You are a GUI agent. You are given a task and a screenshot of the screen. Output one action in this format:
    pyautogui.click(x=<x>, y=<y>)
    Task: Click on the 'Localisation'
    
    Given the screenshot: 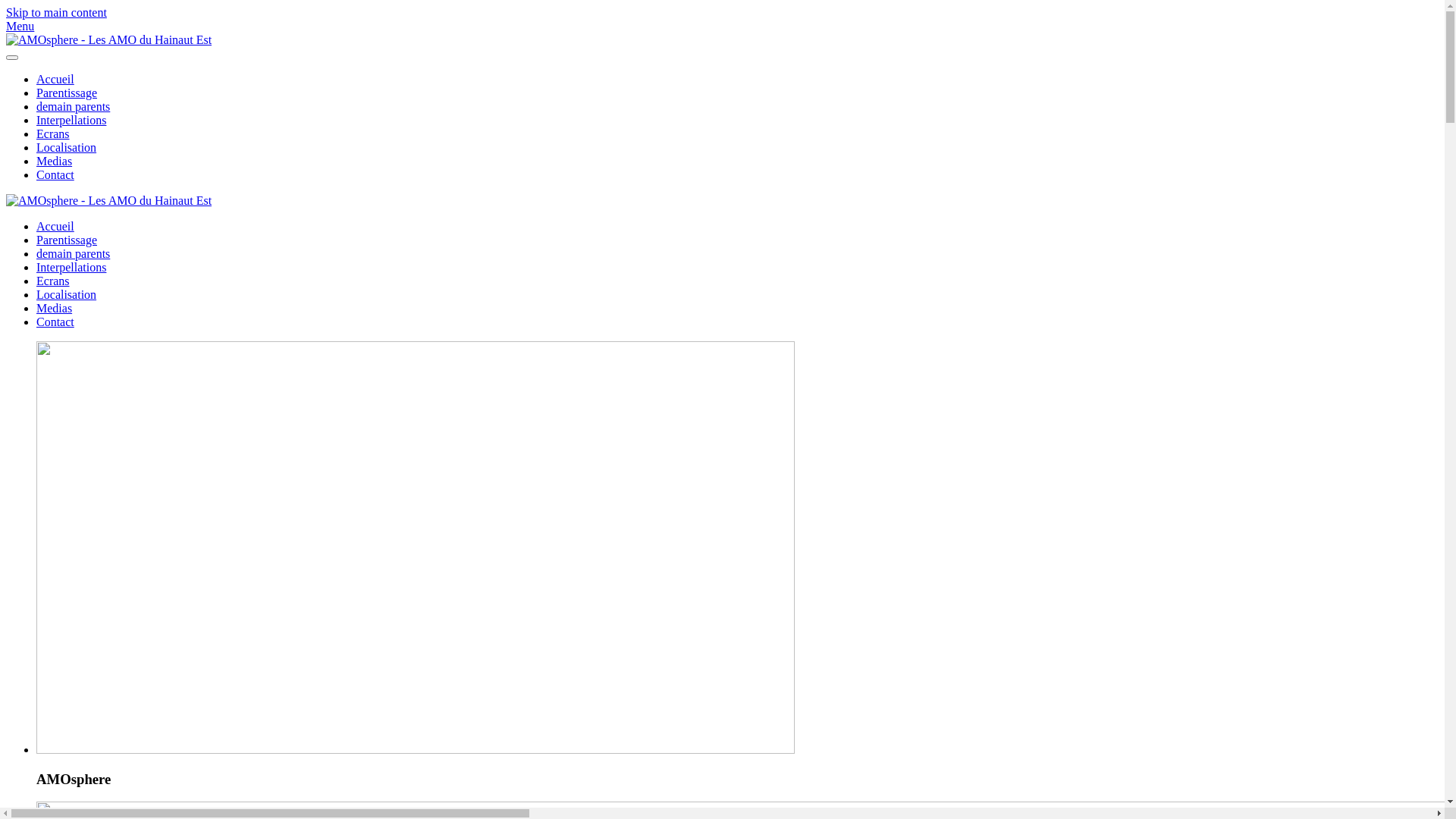 What is the action you would take?
    pyautogui.click(x=65, y=294)
    